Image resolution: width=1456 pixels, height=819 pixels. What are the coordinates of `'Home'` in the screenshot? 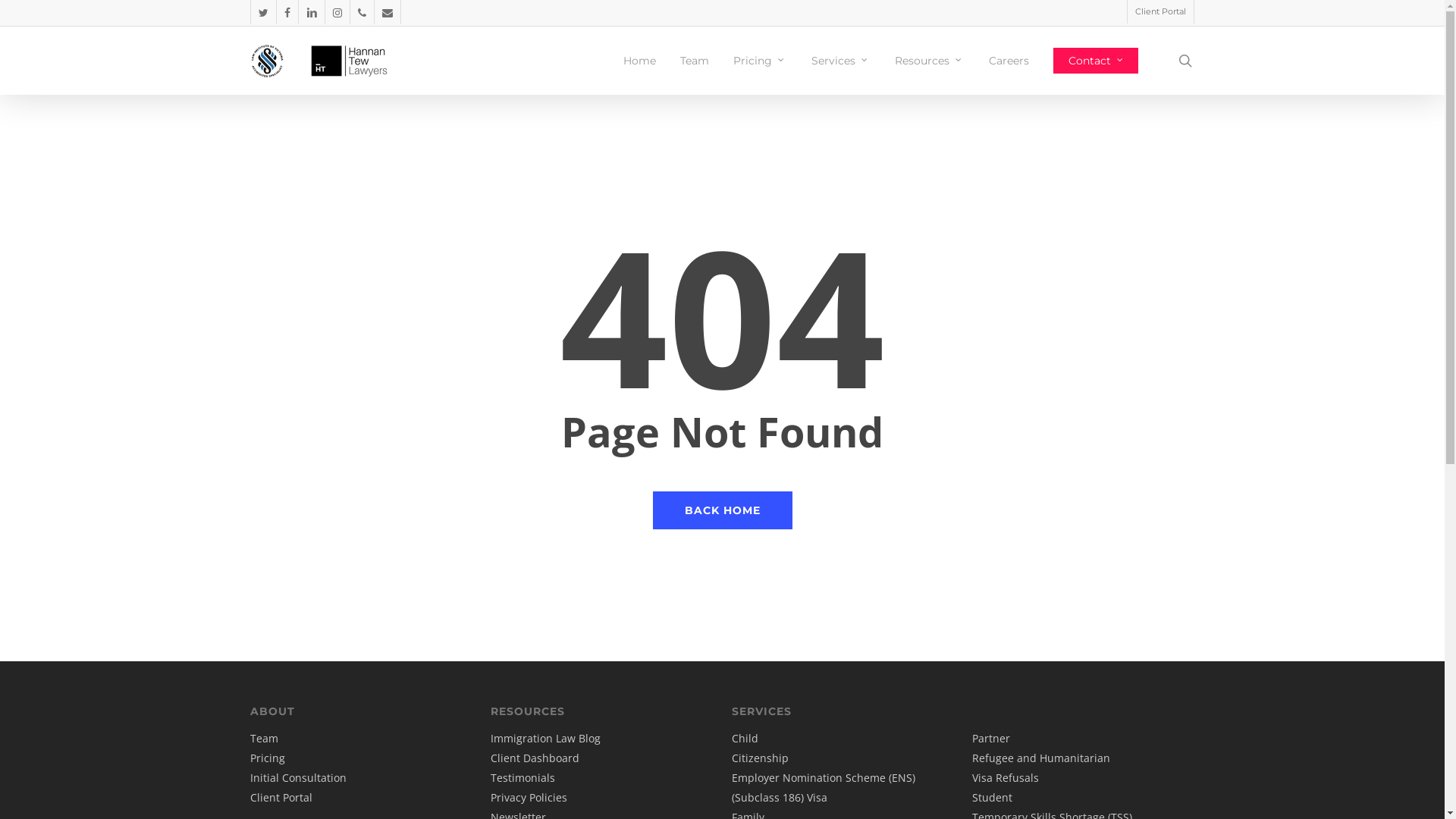 It's located at (639, 60).